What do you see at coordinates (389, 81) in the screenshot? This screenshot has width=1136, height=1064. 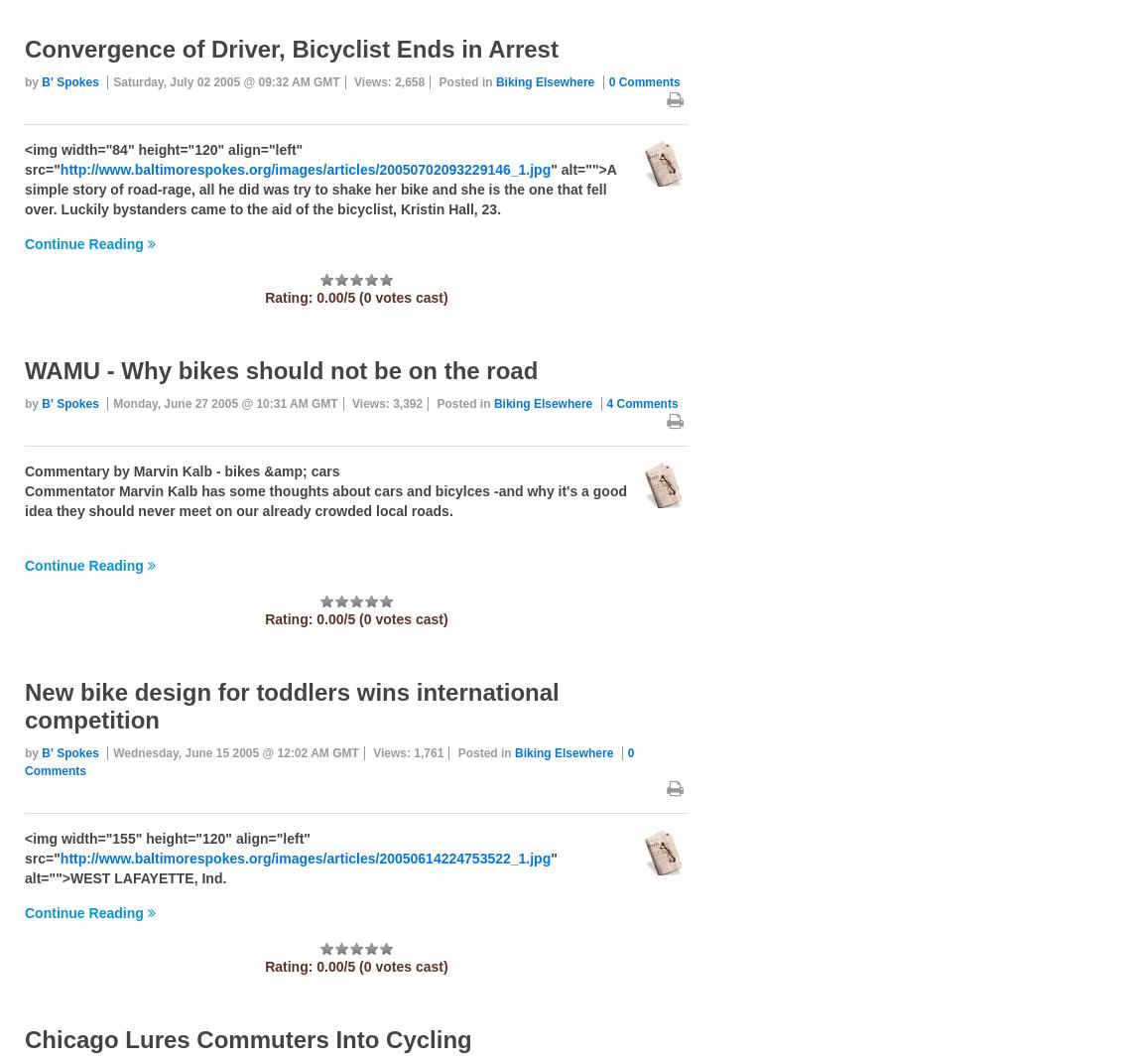 I see `'Views: 2,658'` at bounding box center [389, 81].